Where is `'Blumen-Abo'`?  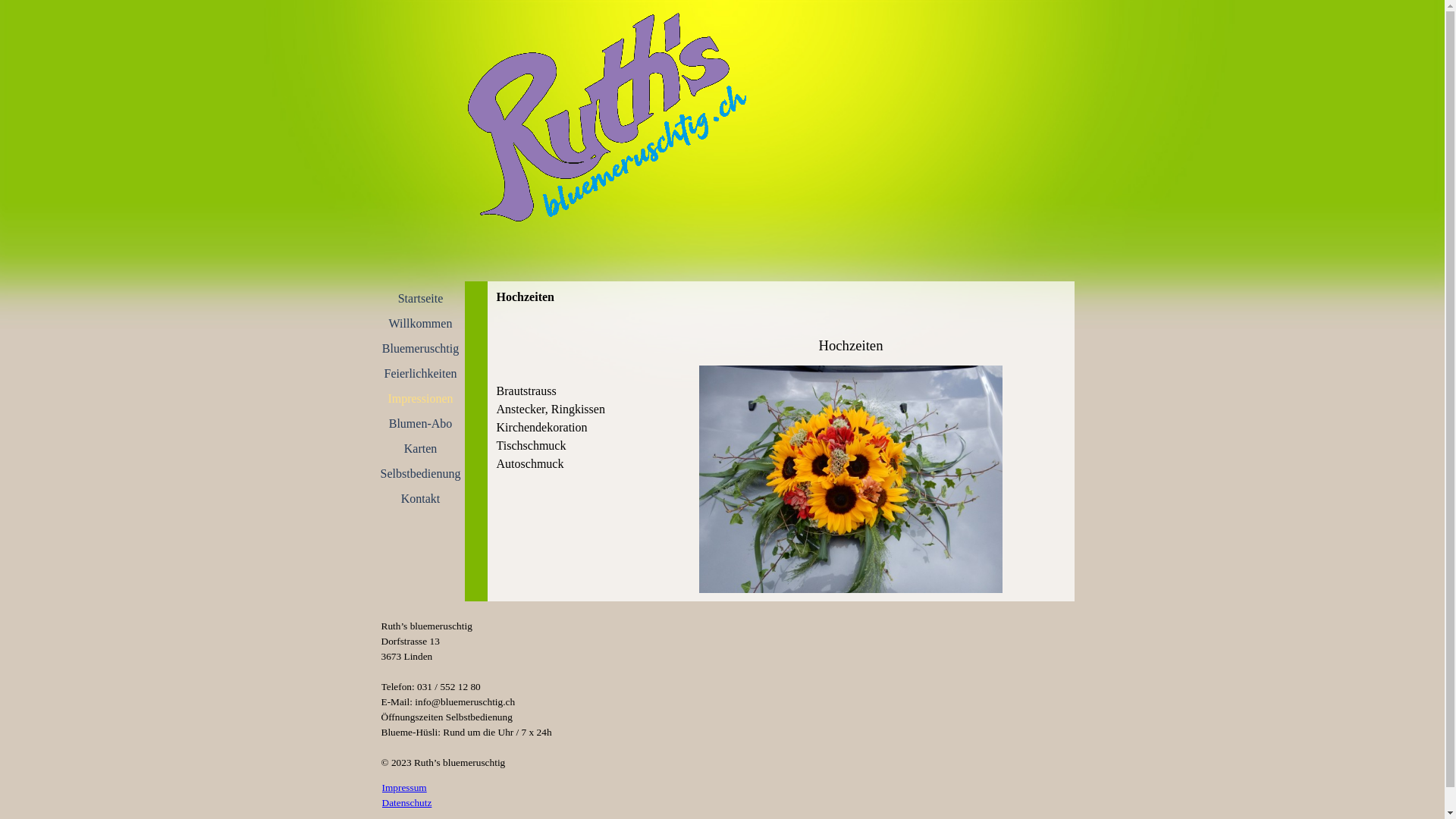
'Blumen-Abo' is located at coordinates (371, 423).